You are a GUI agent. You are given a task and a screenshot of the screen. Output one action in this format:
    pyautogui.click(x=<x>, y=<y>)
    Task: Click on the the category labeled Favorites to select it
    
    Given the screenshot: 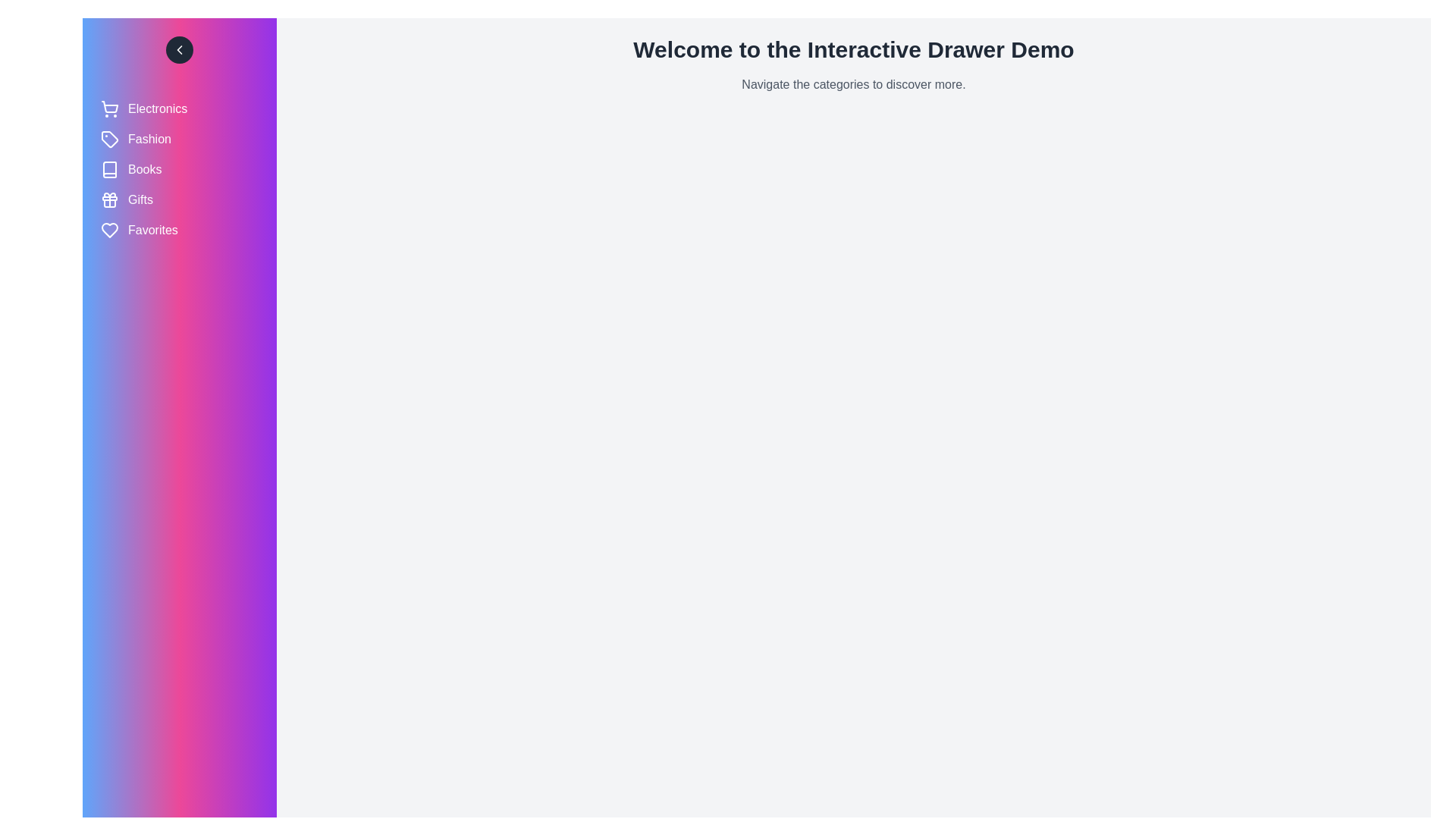 What is the action you would take?
    pyautogui.click(x=179, y=231)
    